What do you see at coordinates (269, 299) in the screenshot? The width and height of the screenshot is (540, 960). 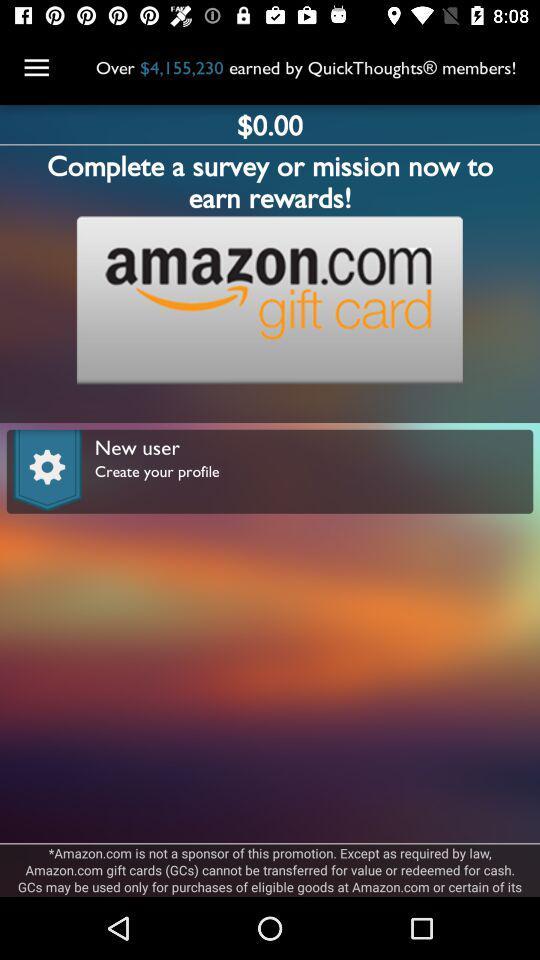 I see `amazon.com website` at bounding box center [269, 299].